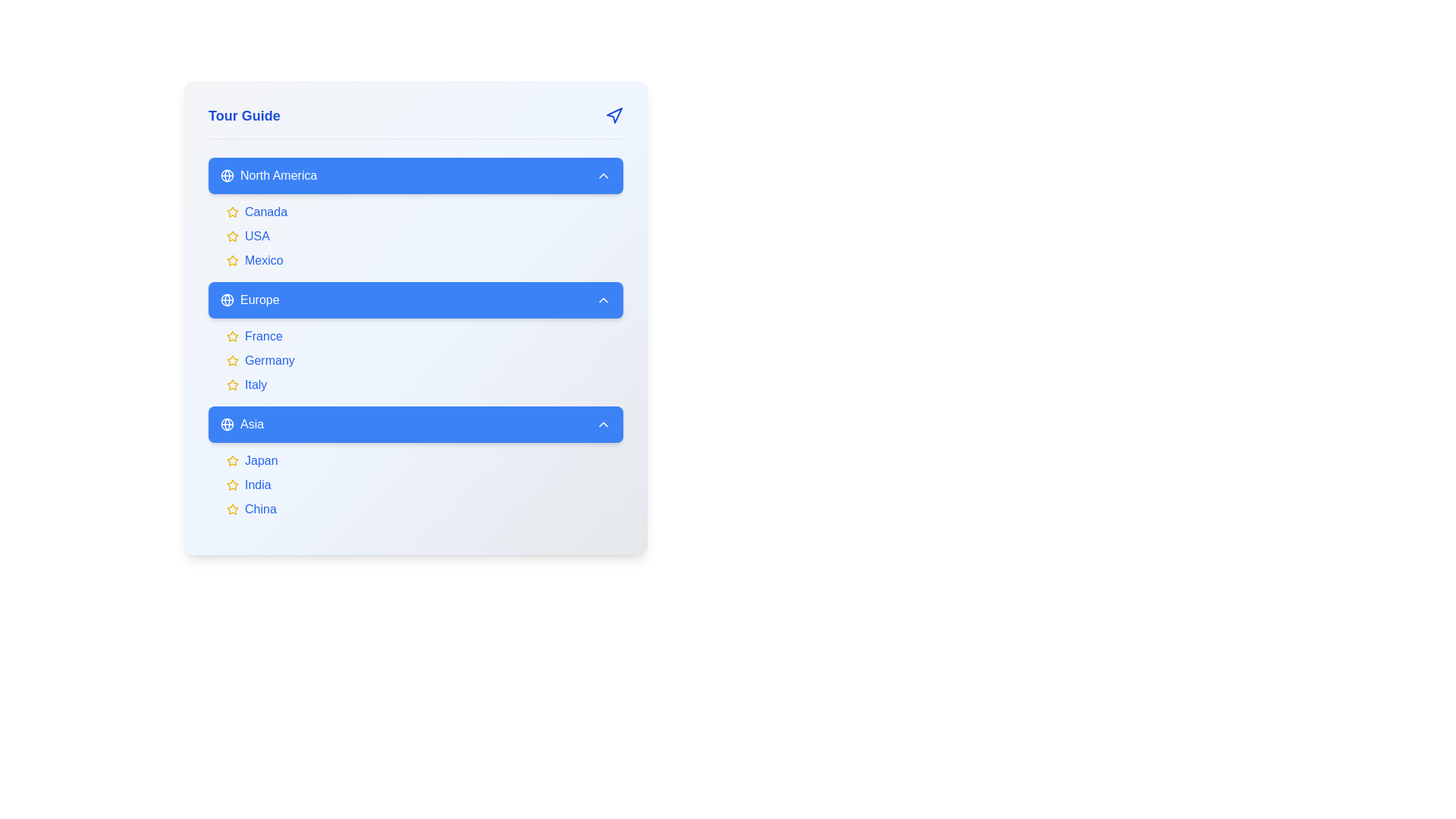 This screenshot has height=819, width=1456. I want to click on the content of the 'Asia' text label with an accompanying icon, which visually indicates the region when interacted with, so click(241, 424).